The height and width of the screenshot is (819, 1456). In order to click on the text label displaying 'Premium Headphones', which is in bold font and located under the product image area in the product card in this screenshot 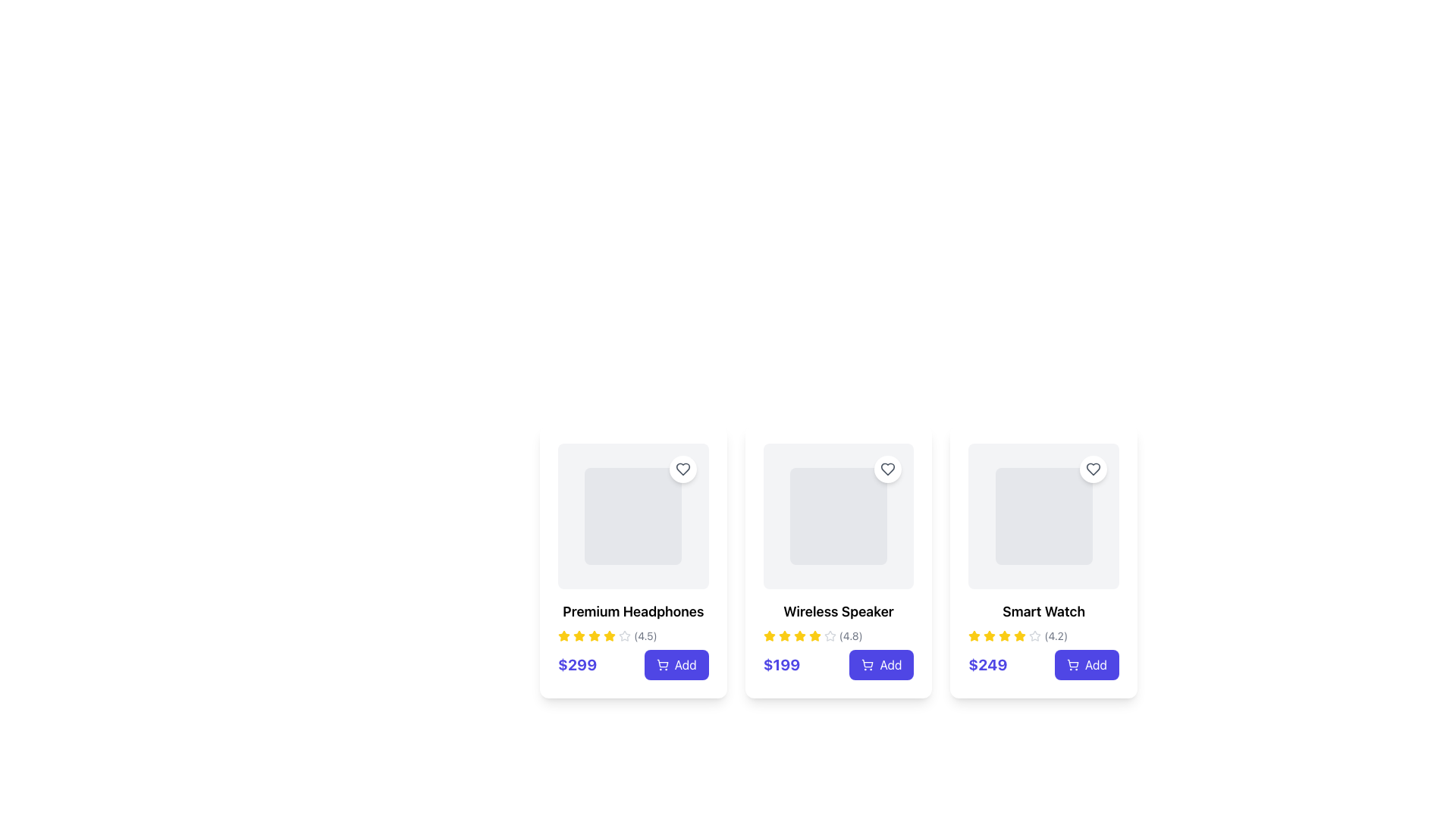, I will do `click(633, 610)`.